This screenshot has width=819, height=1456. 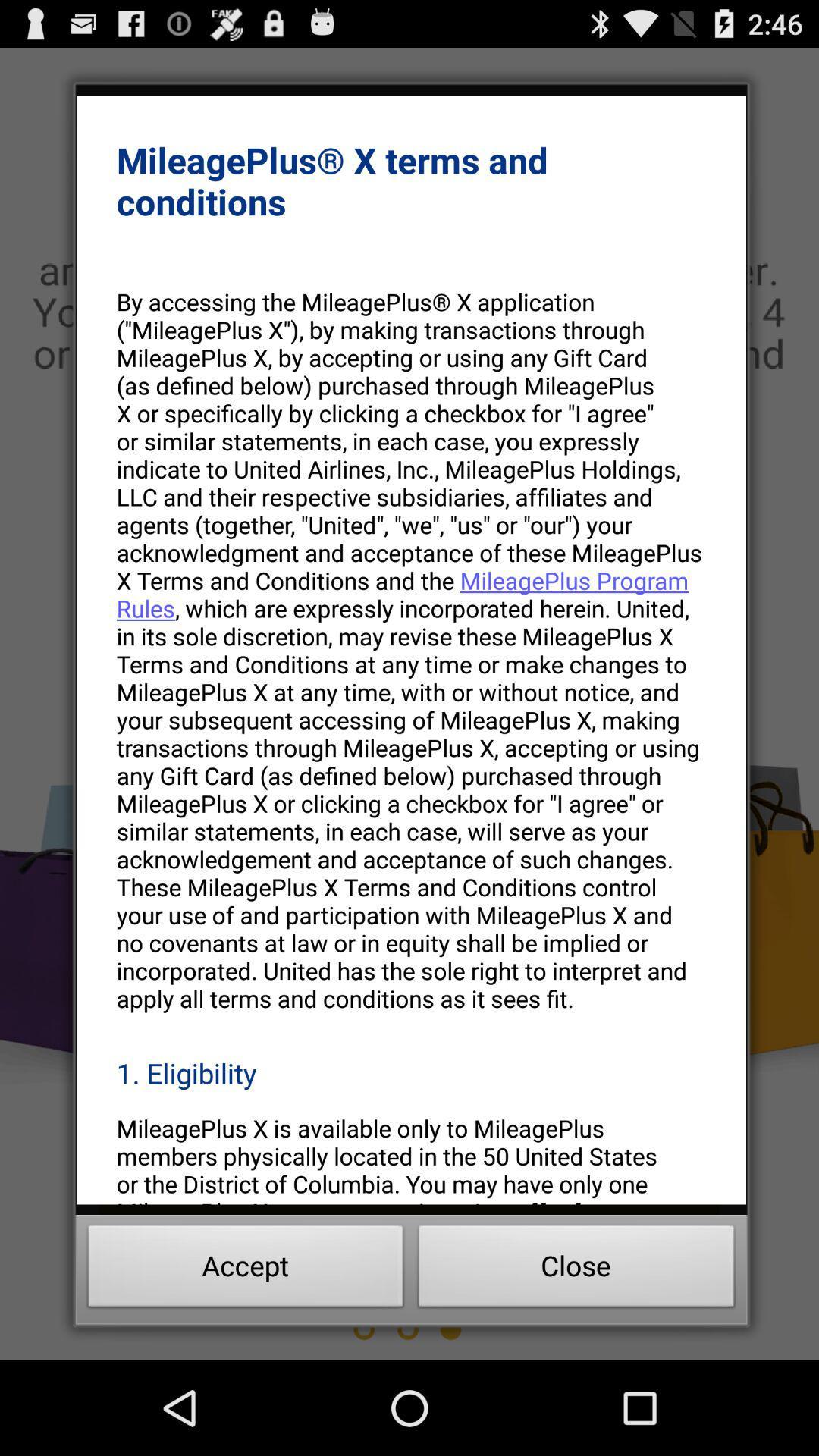 What do you see at coordinates (576, 1270) in the screenshot?
I see `item next to the accept button` at bounding box center [576, 1270].